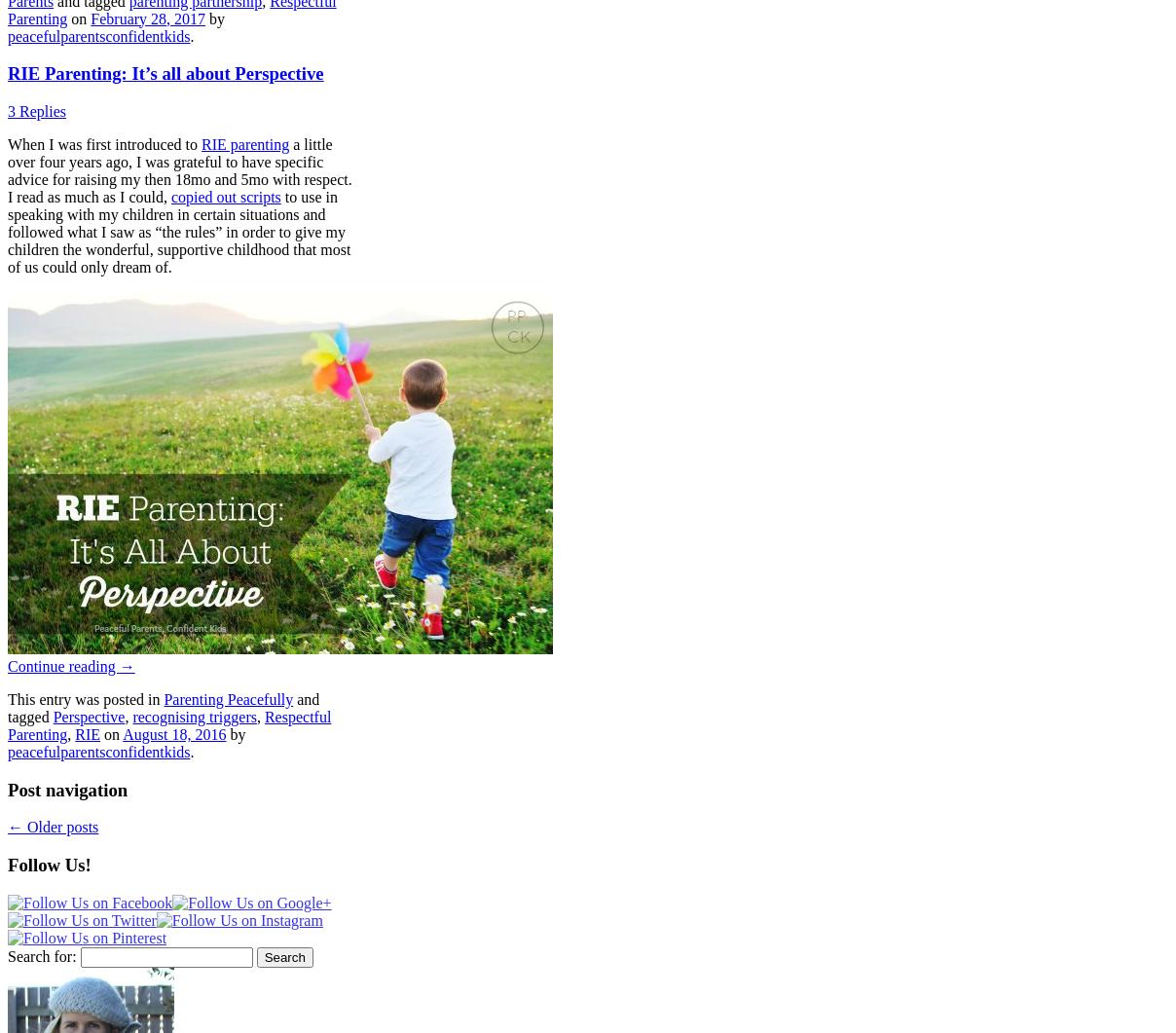 This screenshot has width=1176, height=1033. What do you see at coordinates (6, 864) in the screenshot?
I see `'Follow Us!'` at bounding box center [6, 864].